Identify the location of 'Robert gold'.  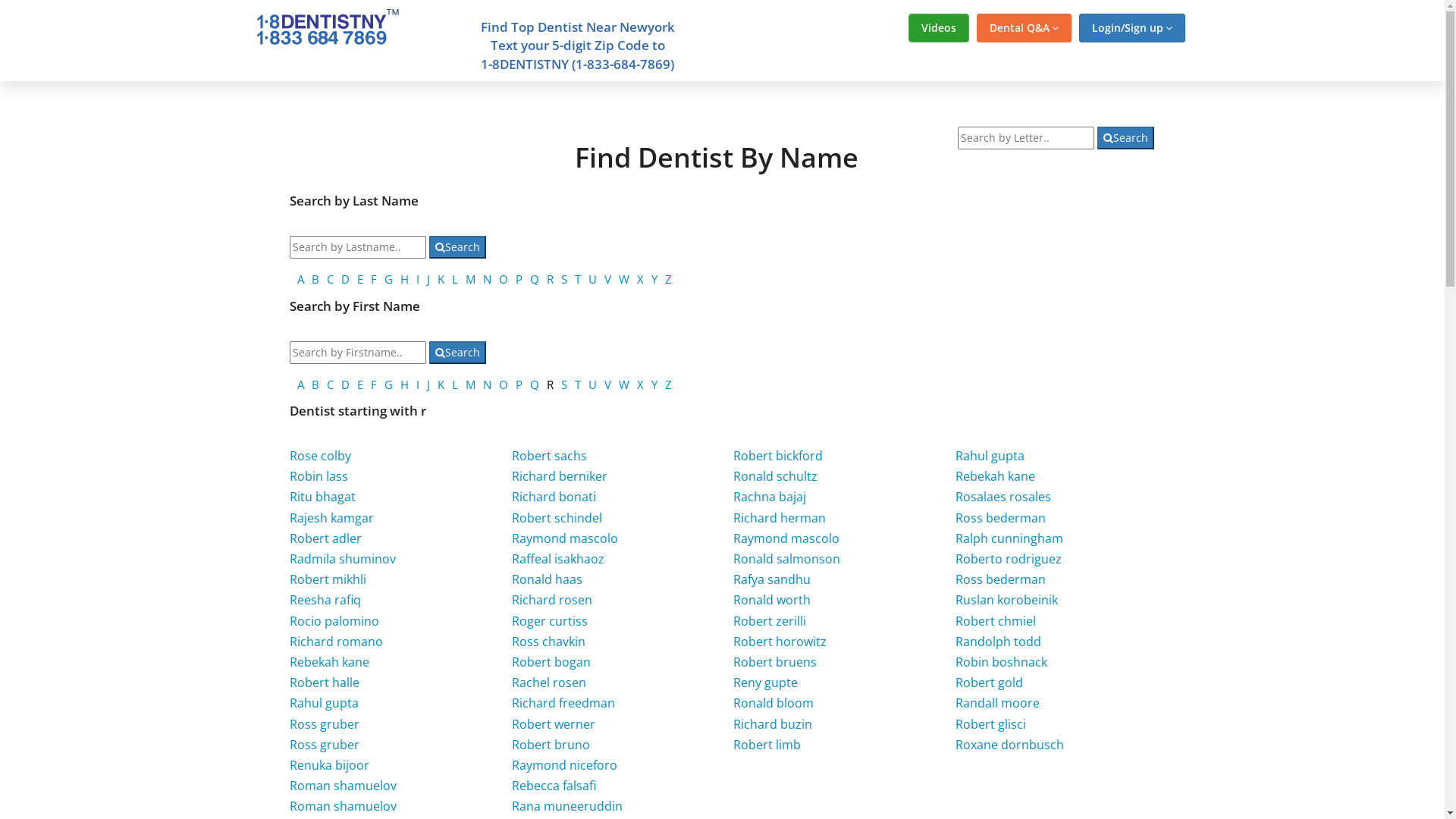
(989, 681).